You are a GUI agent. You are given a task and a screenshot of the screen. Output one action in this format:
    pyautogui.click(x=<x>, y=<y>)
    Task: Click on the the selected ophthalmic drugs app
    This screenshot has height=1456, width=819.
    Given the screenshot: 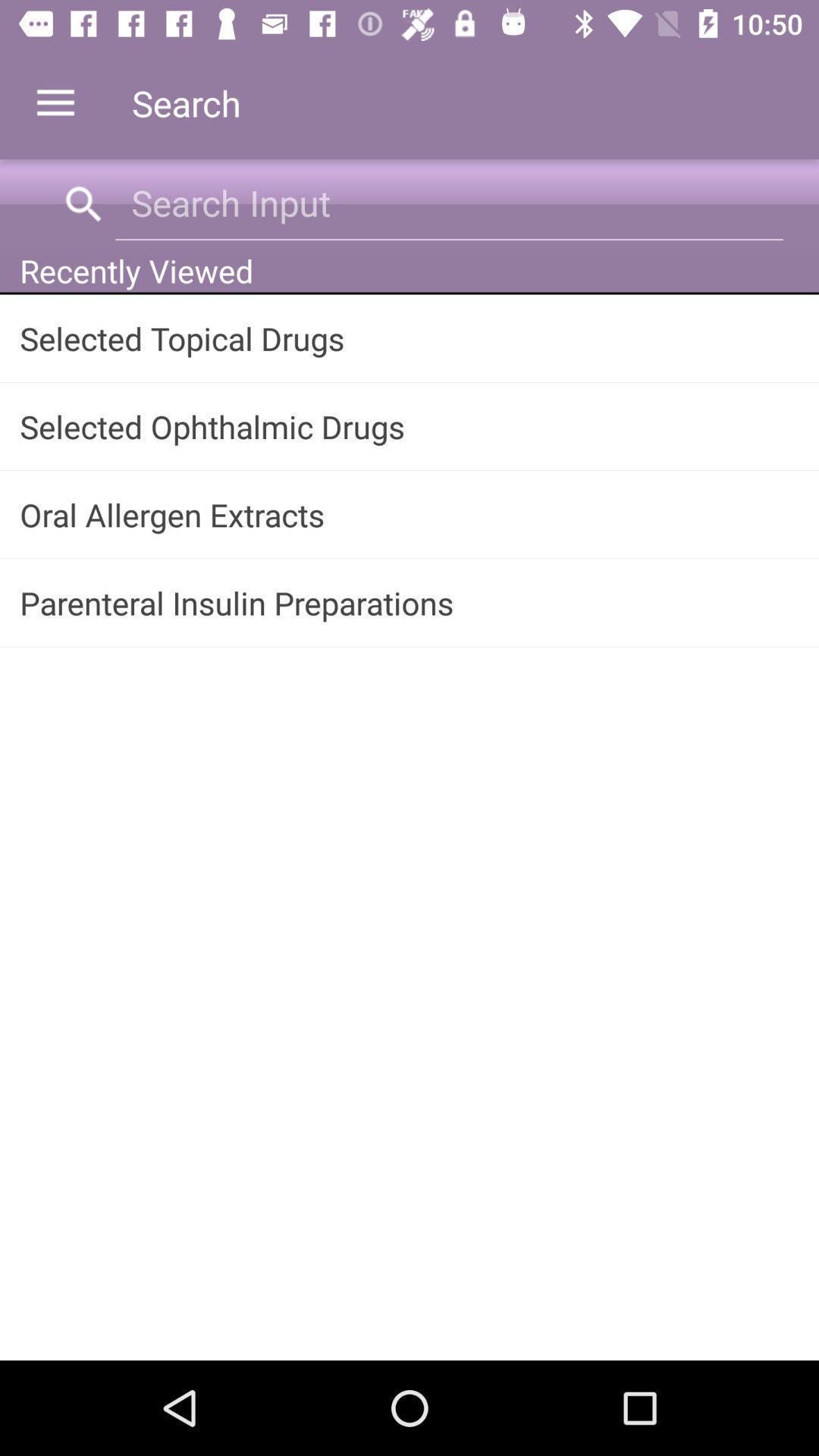 What is the action you would take?
    pyautogui.click(x=409, y=425)
    